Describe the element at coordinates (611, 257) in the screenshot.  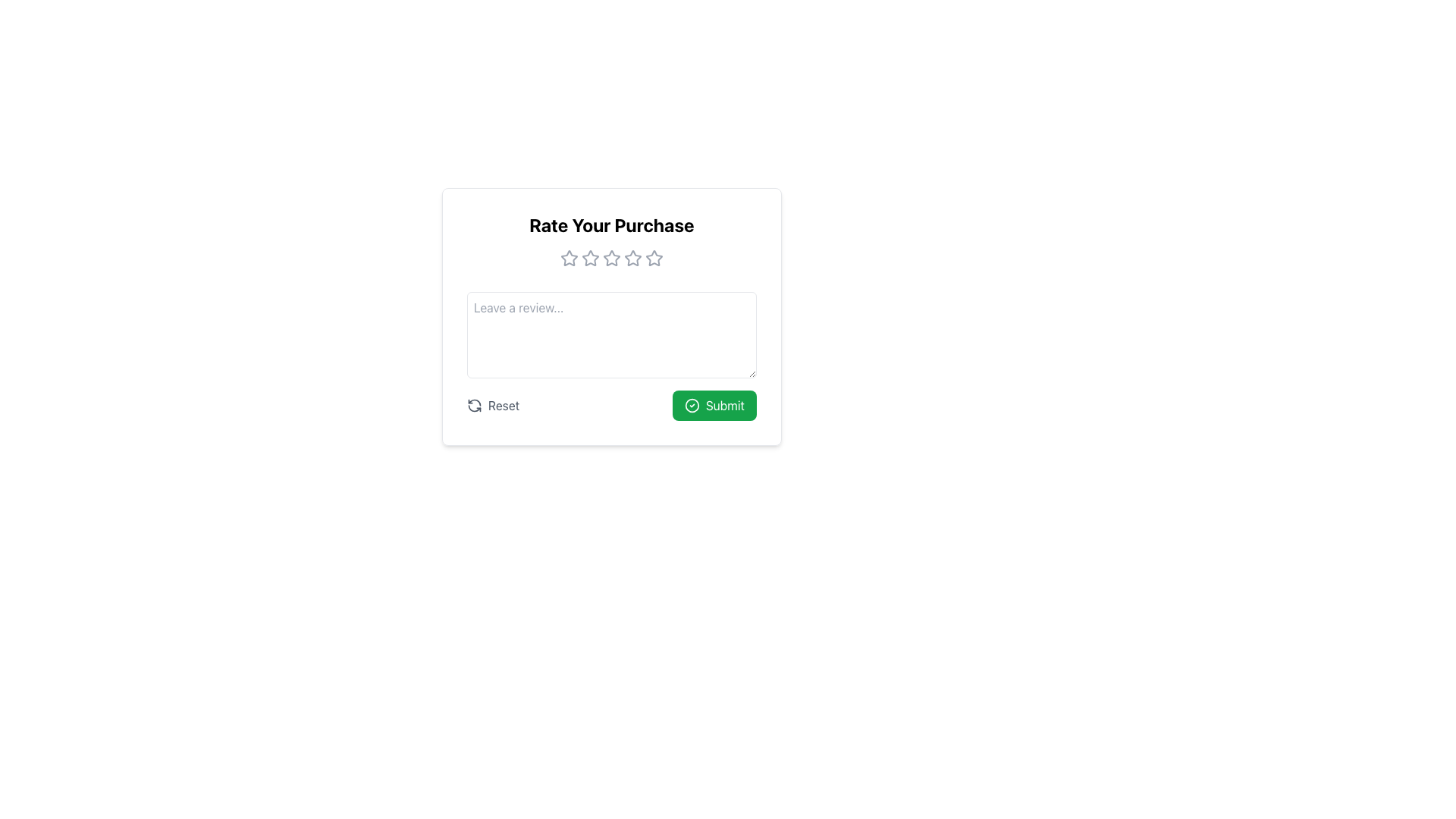
I see `the middle (third) star in the series of five empty stars located beneath the 'Rate Your Purchase' heading` at that location.